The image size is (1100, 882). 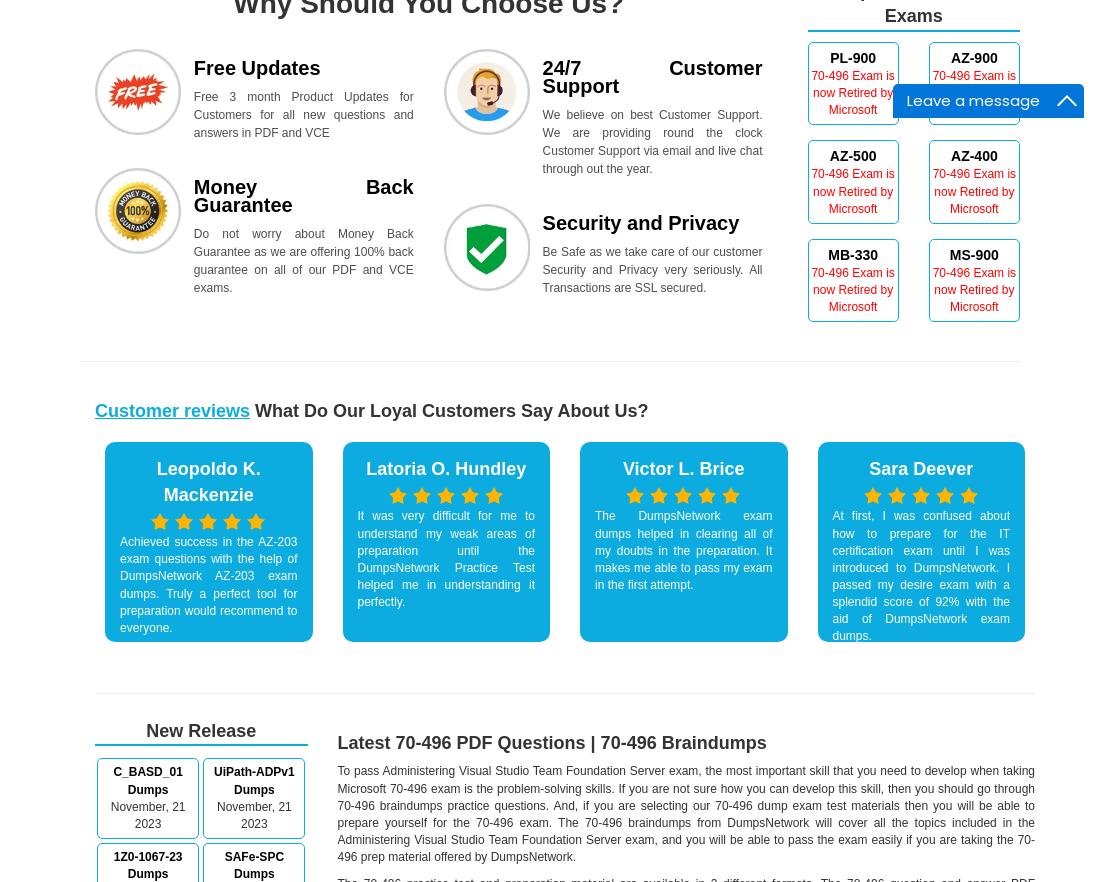 What do you see at coordinates (973, 55) in the screenshot?
I see `'AZ-900'` at bounding box center [973, 55].